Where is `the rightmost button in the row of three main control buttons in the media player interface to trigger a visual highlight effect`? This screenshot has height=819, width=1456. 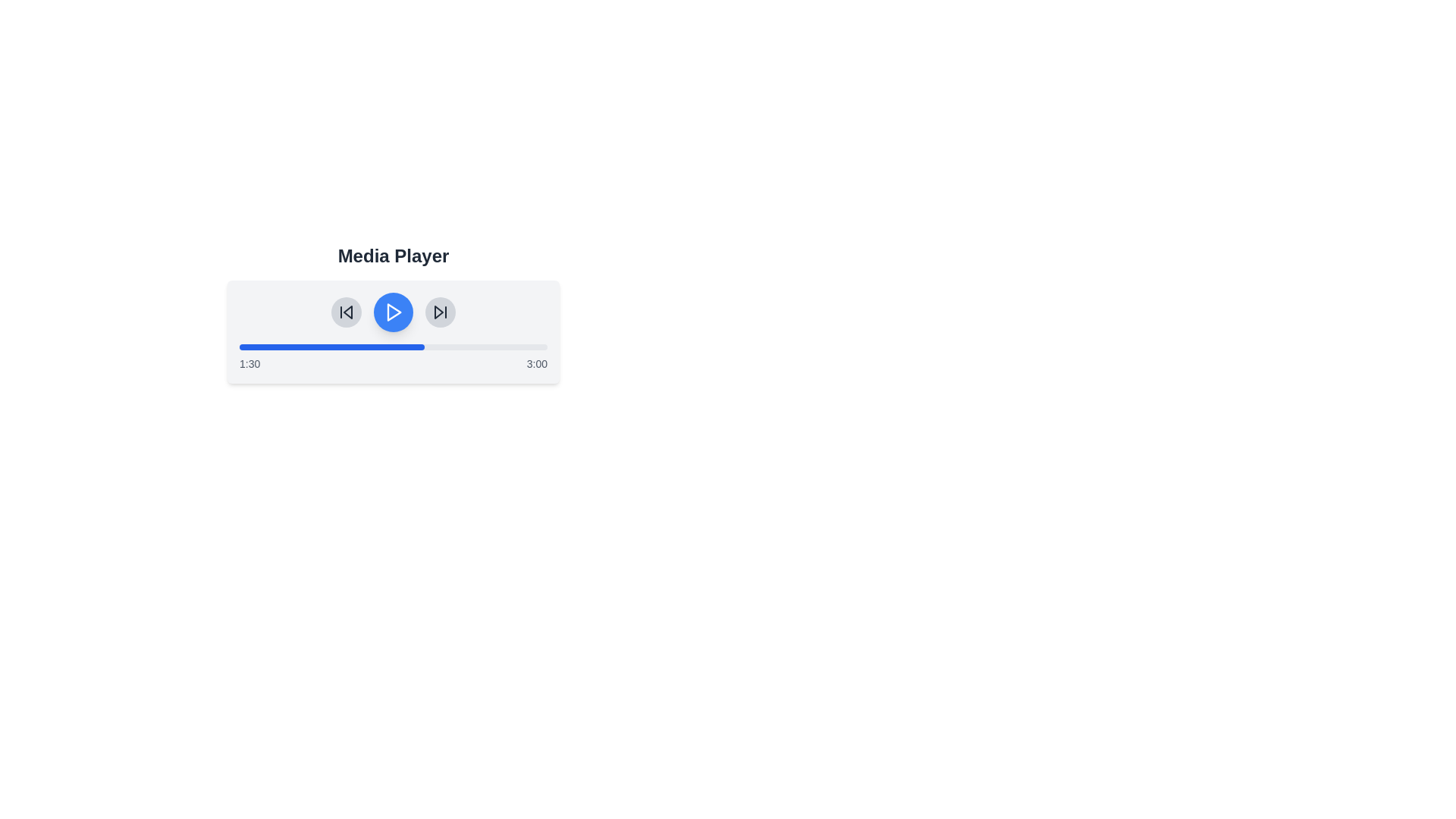
the rightmost button in the row of three main control buttons in the media player interface to trigger a visual highlight effect is located at coordinates (439, 312).